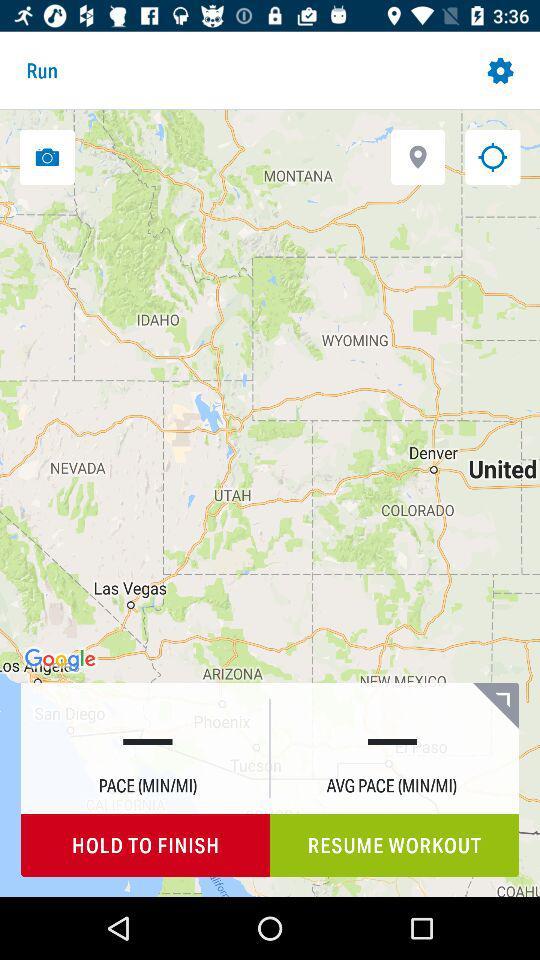 The width and height of the screenshot is (540, 960). What do you see at coordinates (494, 705) in the screenshot?
I see `the icon above the resume workout item` at bounding box center [494, 705].